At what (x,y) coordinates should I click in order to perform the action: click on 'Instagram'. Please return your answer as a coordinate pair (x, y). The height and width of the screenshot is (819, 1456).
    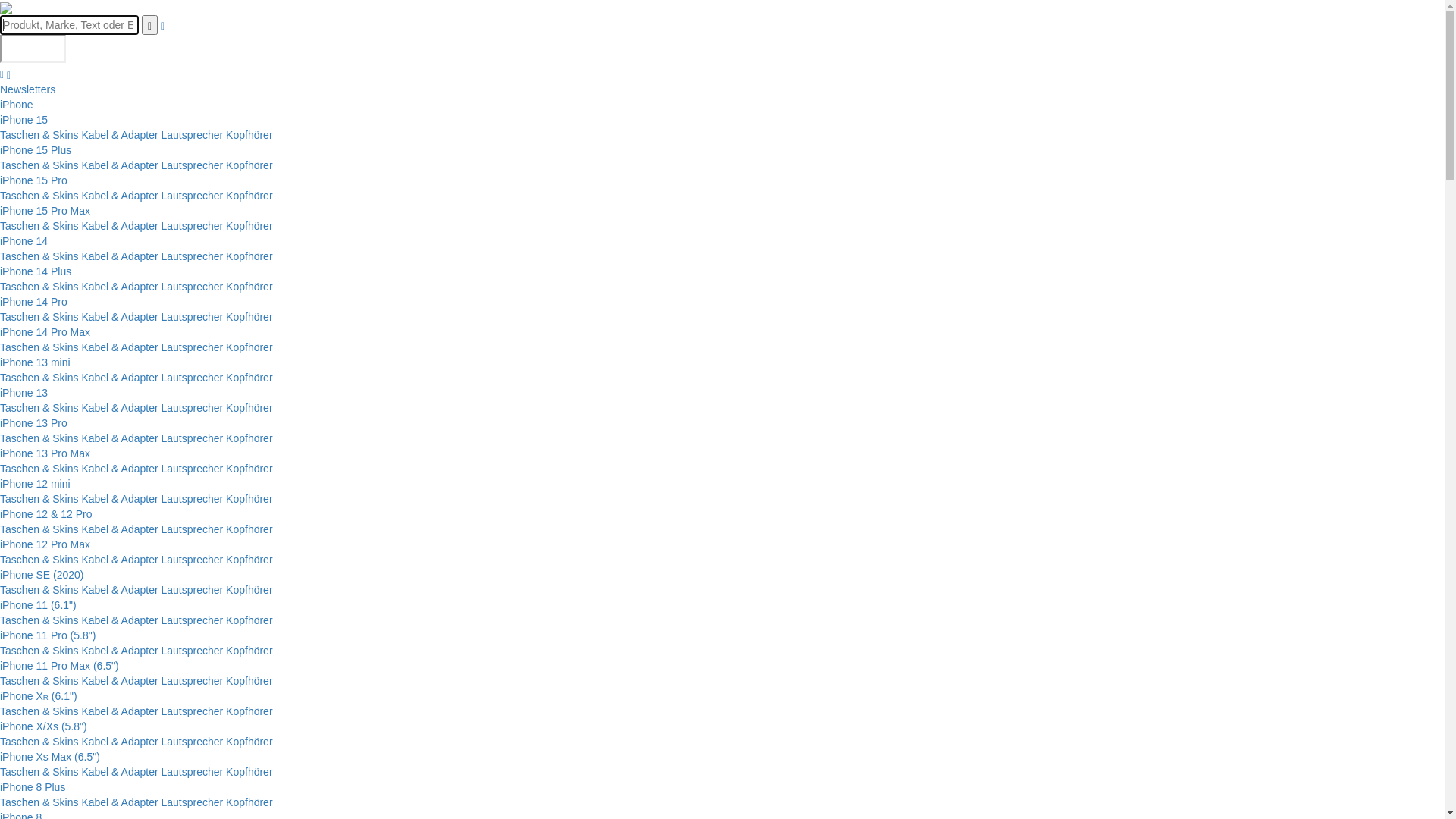
    Looking at the image, I should click on (2, 74).